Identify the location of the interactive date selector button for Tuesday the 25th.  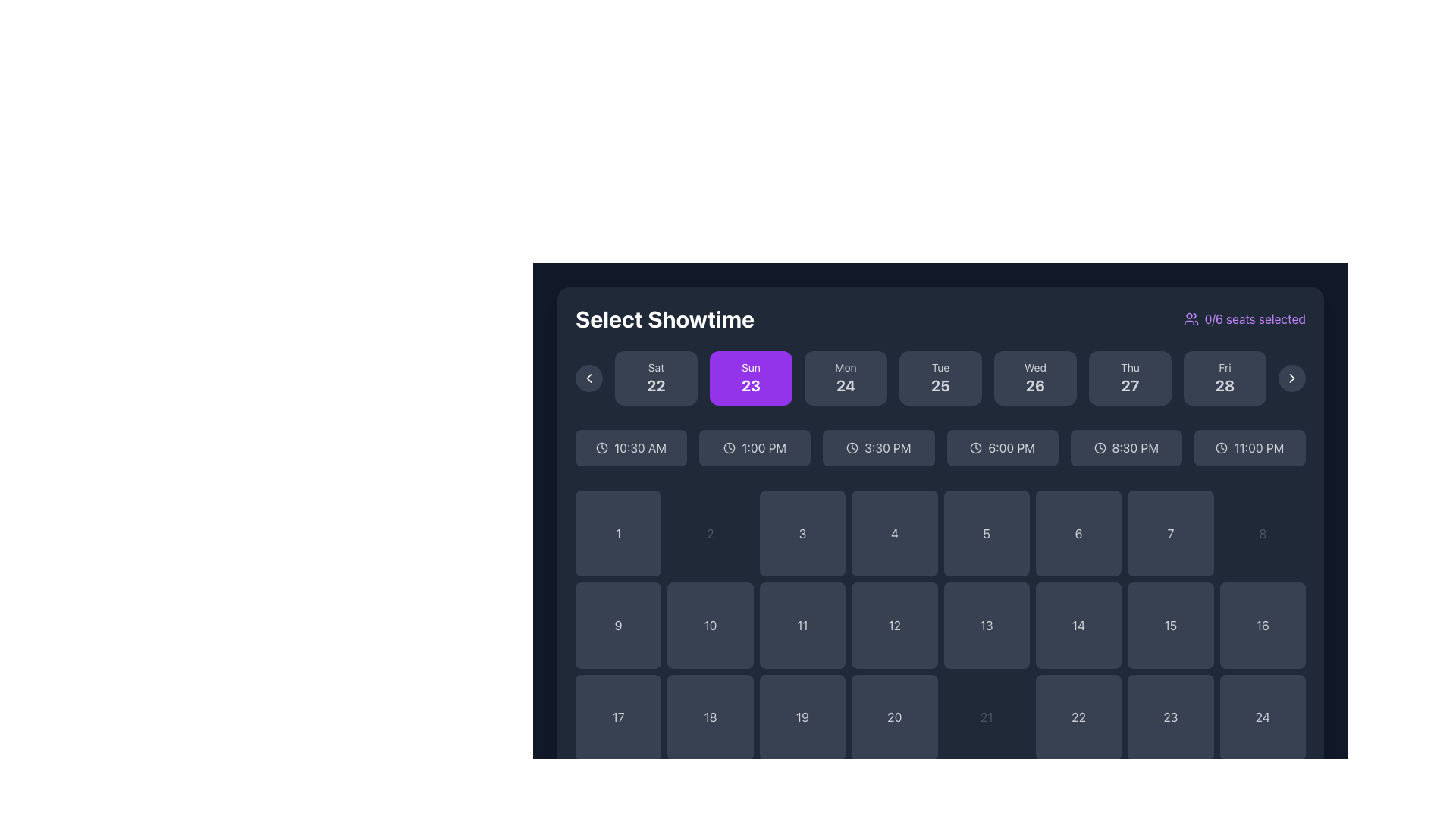
(940, 377).